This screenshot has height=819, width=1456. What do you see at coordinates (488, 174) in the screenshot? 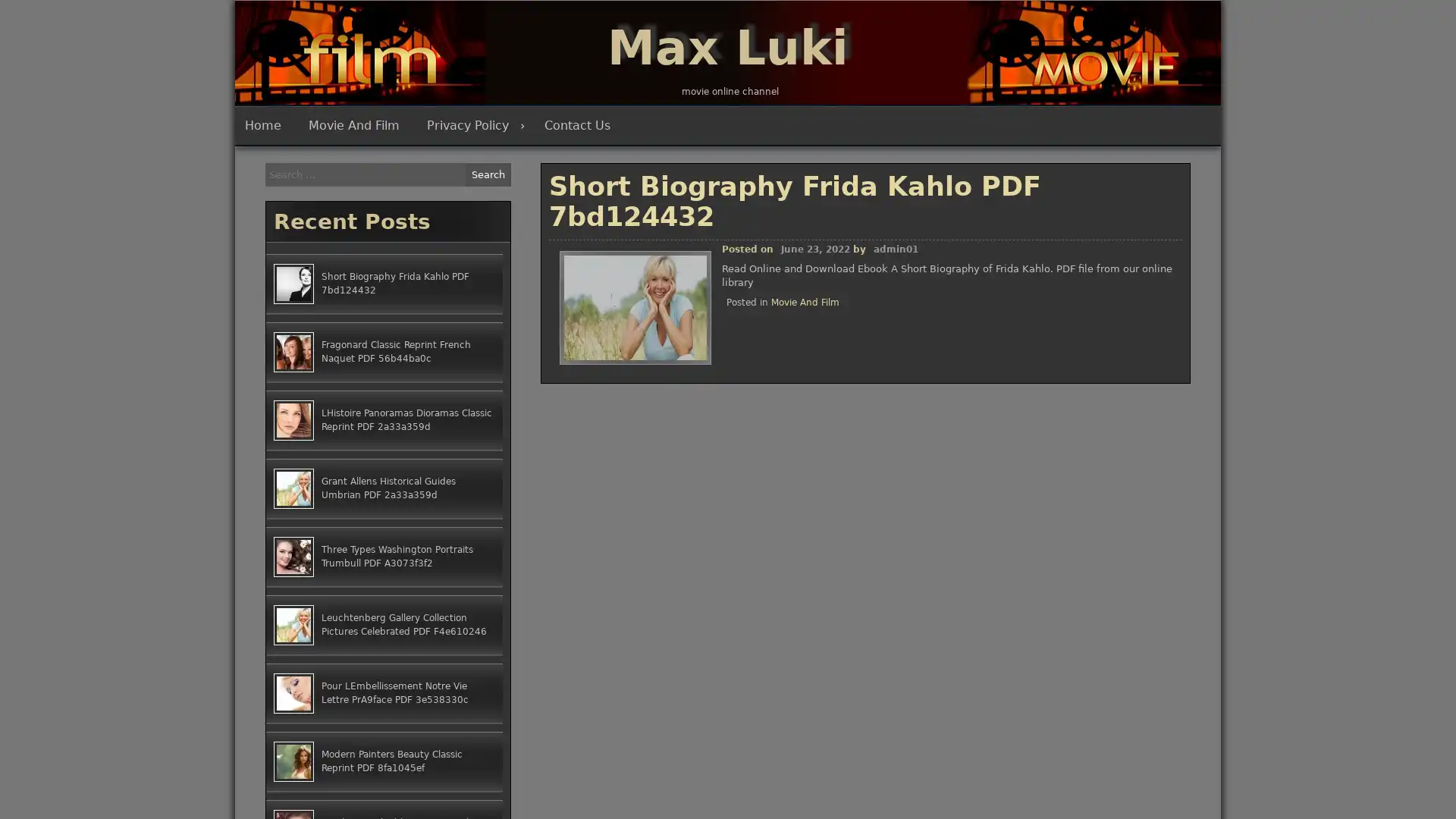
I see `Search` at bounding box center [488, 174].